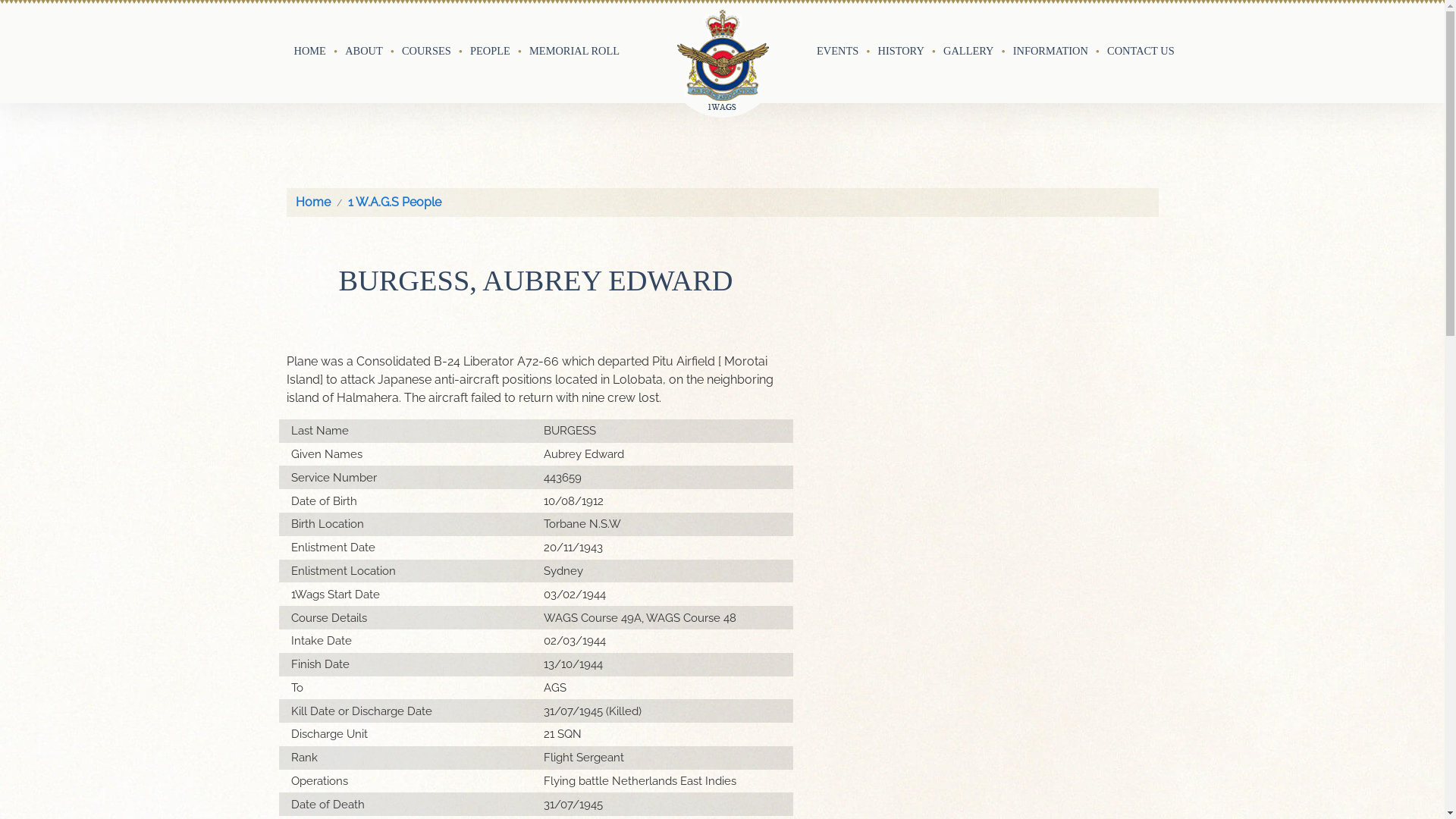  Describe the element at coordinates (722, 60) in the screenshot. I see `'No. 1 Wireless Air Gunners School Ballarat'` at that location.